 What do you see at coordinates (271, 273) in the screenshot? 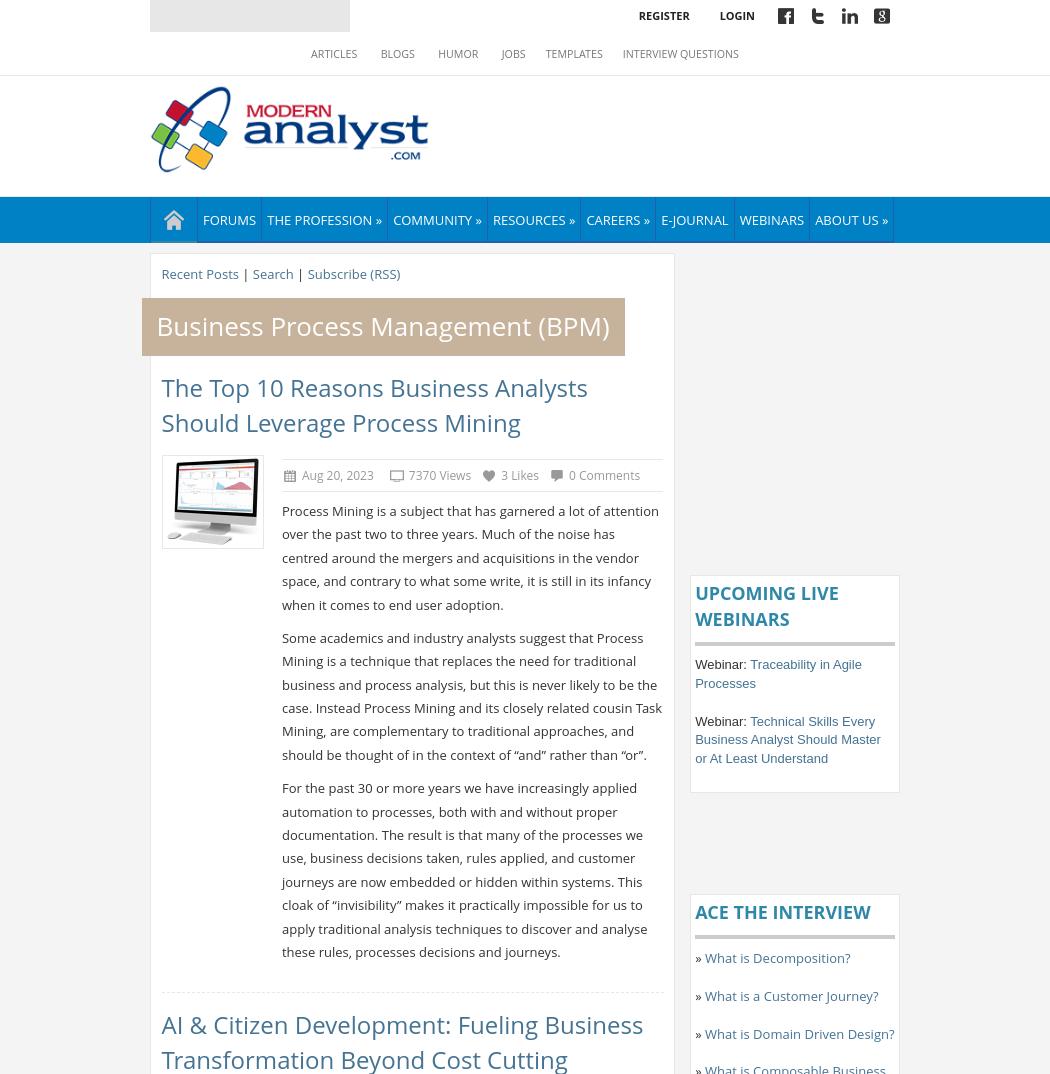
I see `'Search'` at bounding box center [271, 273].